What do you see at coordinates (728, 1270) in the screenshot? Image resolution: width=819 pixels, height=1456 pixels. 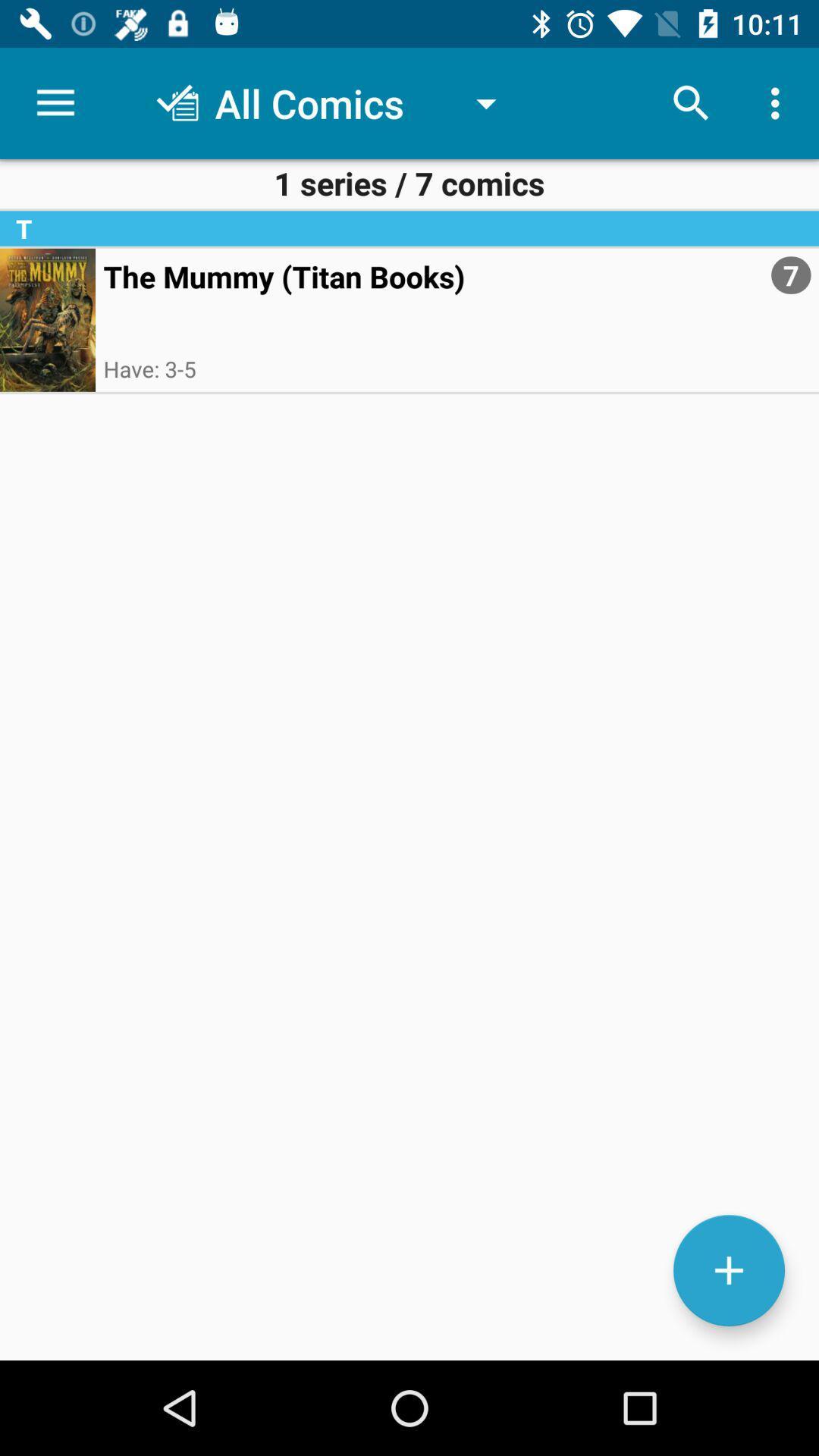 I see `add button` at bounding box center [728, 1270].